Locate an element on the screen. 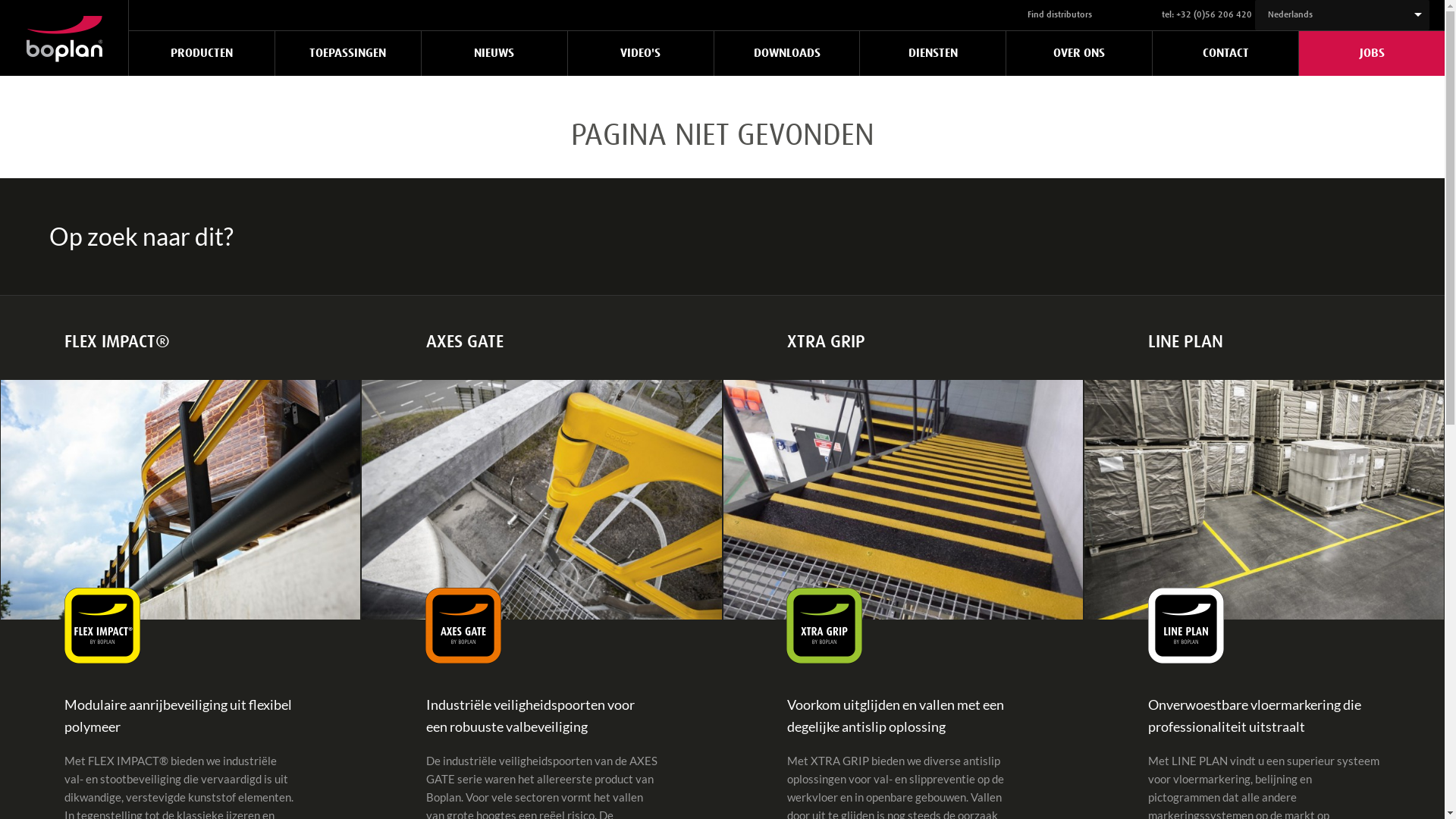  'Line Plan logo by Boplan' is located at coordinates (1185, 626).